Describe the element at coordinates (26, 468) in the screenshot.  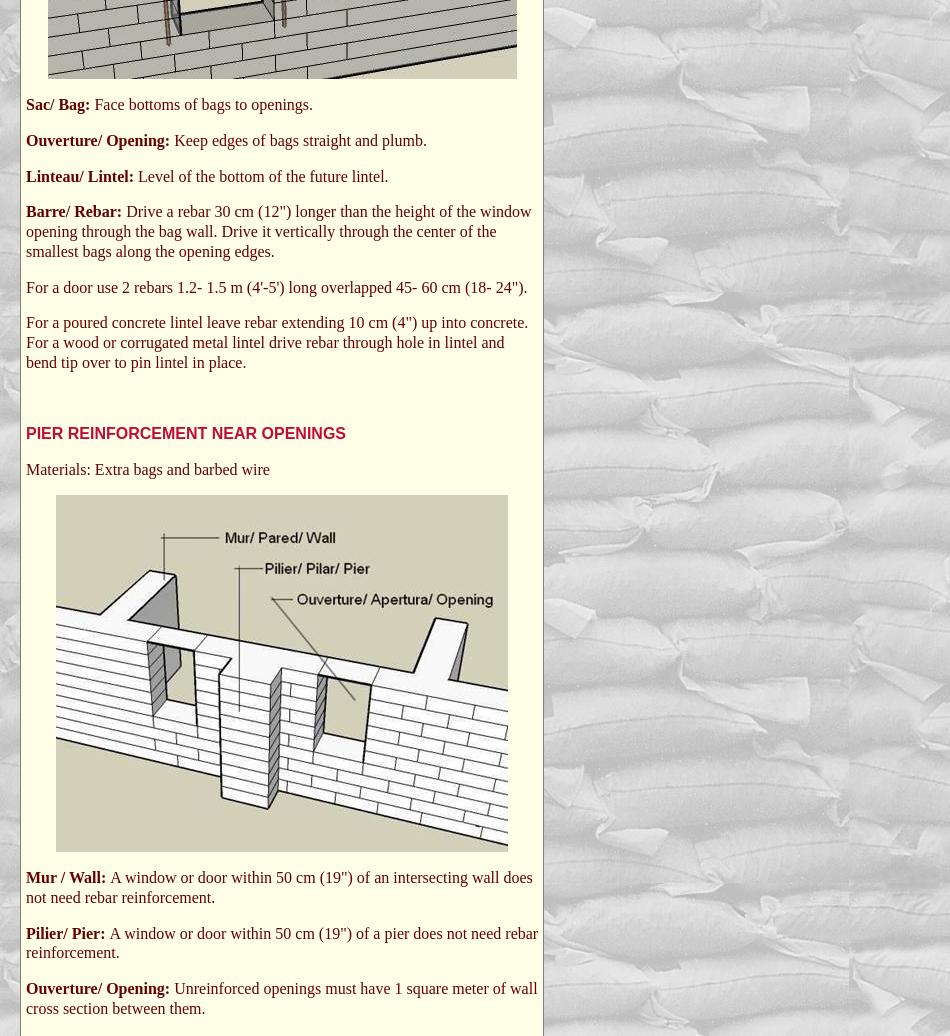
I see `'Materials: Extra bags and barbed wire'` at that location.